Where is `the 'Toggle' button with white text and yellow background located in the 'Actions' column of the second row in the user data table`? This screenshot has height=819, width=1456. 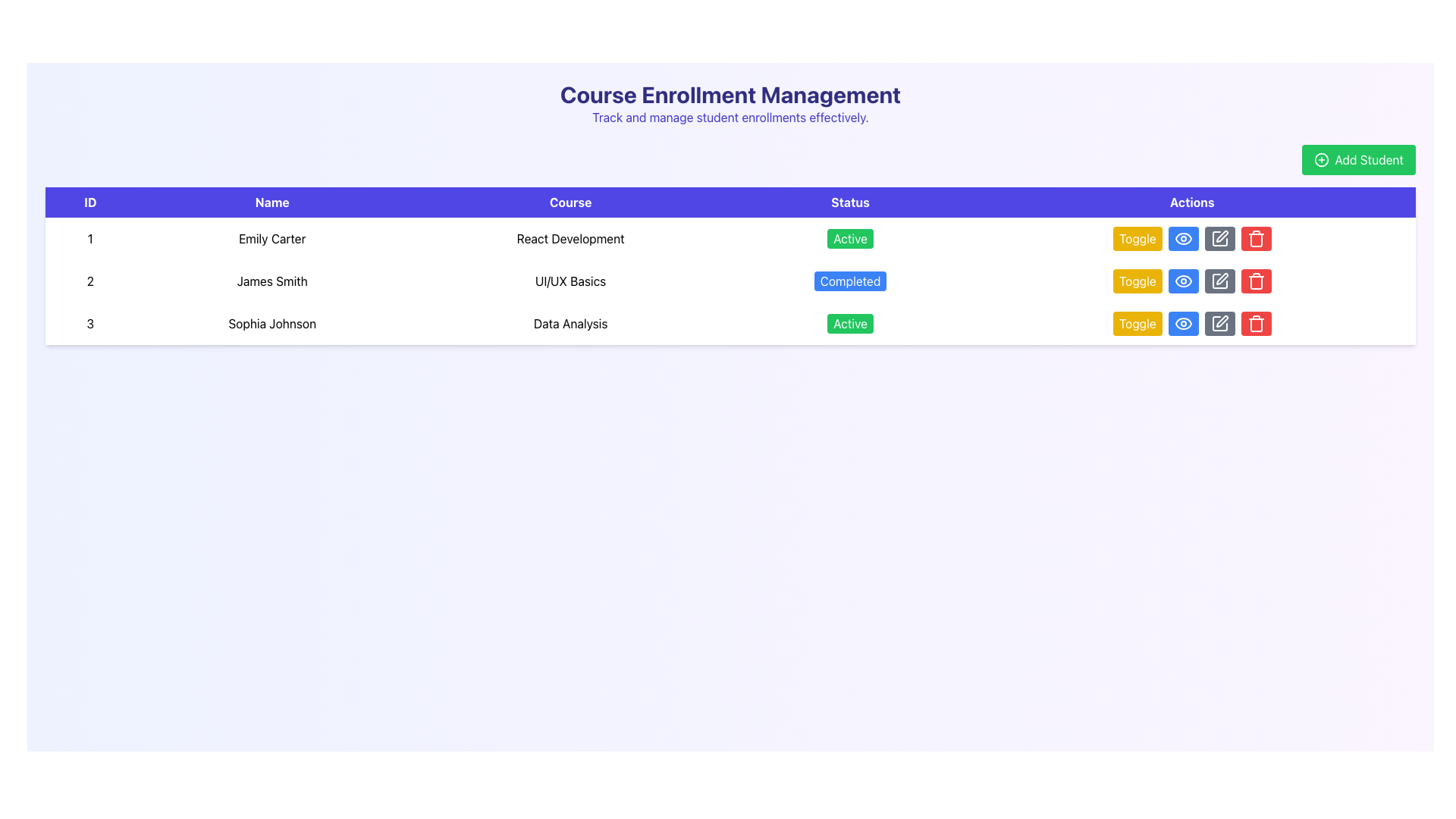
the 'Toggle' button with white text and yellow background located in the 'Actions' column of the second row in the user data table is located at coordinates (1137, 281).